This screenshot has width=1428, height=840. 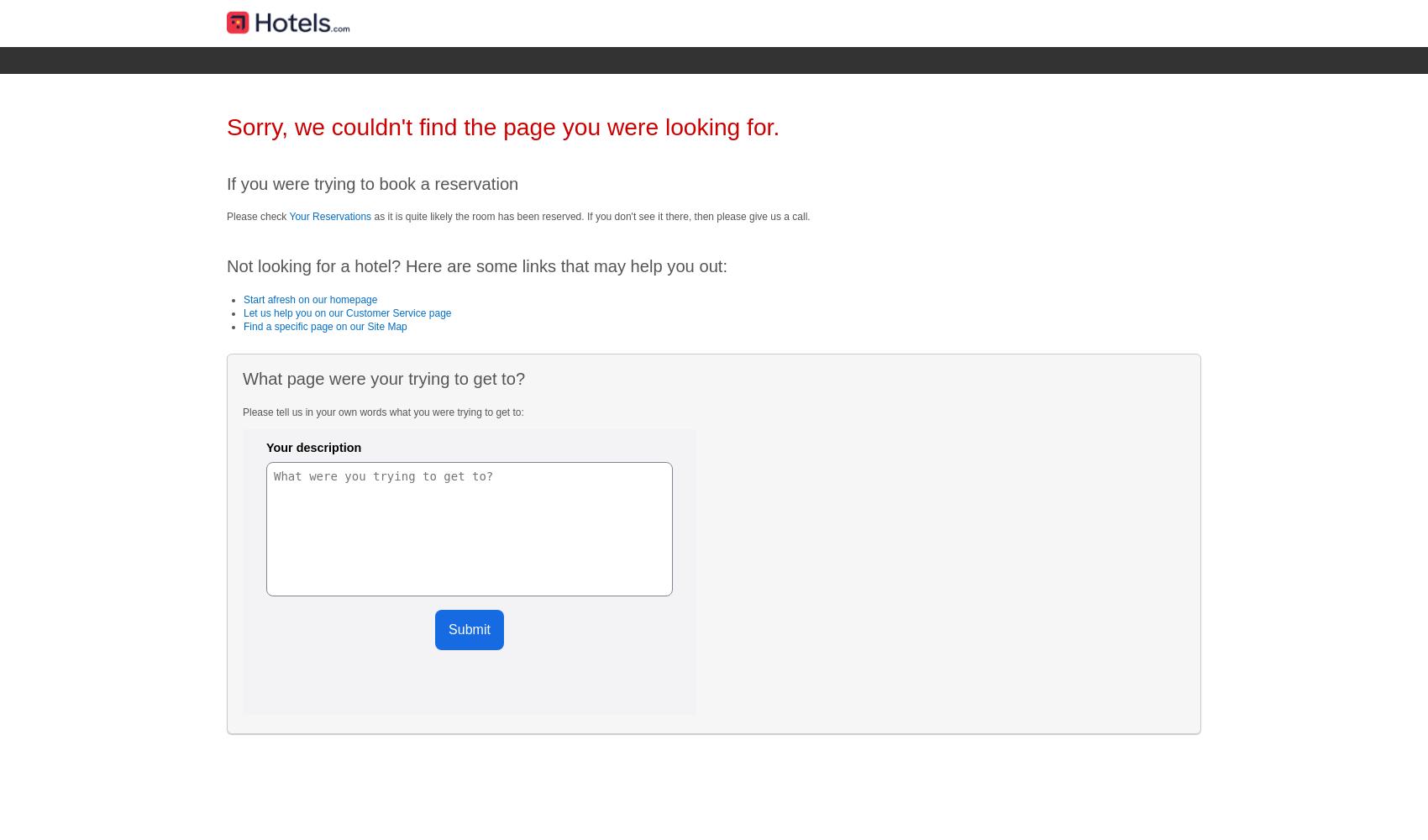 What do you see at coordinates (372, 182) in the screenshot?
I see `'If you were trying to book a reservation'` at bounding box center [372, 182].